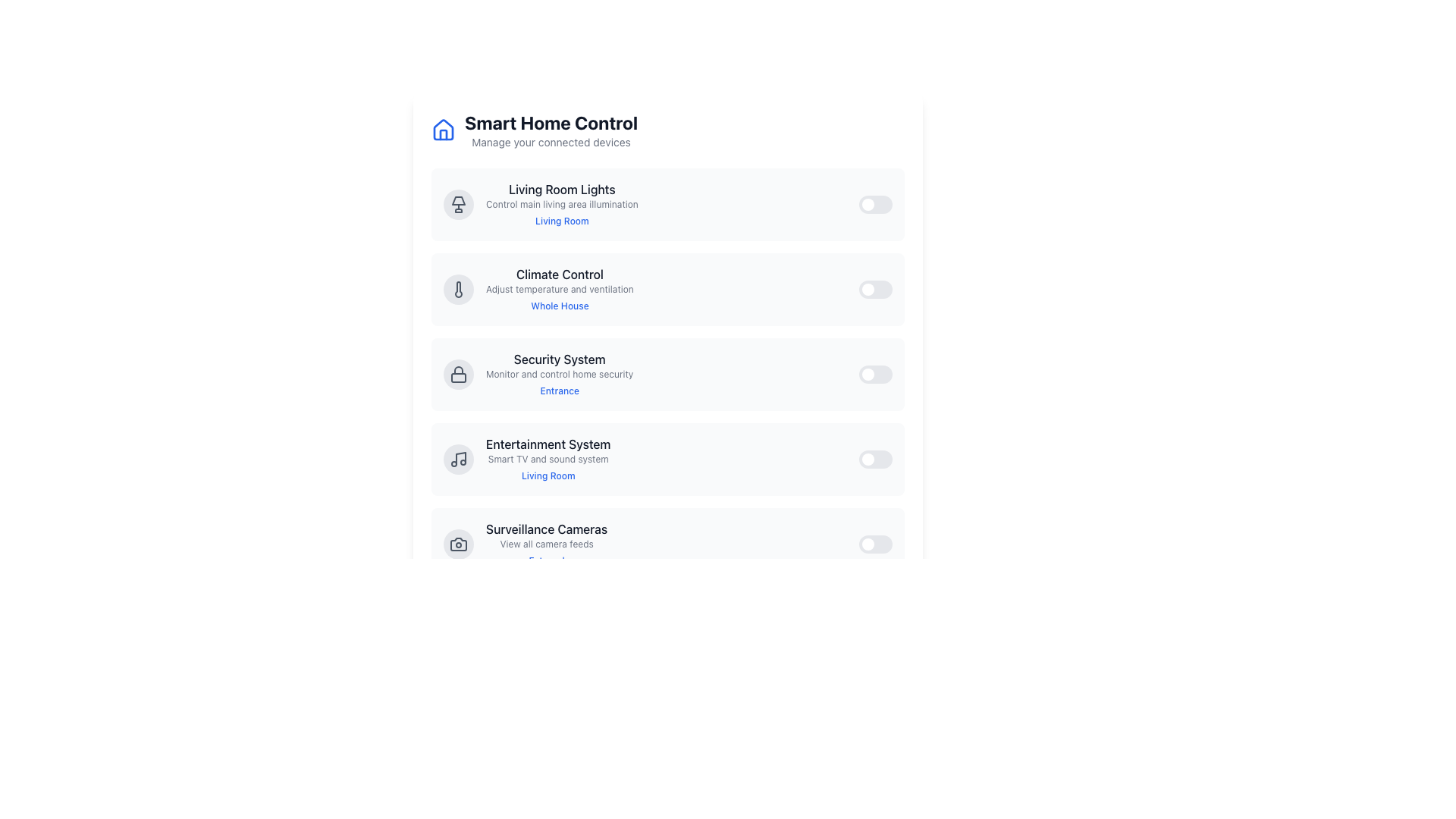 This screenshot has height=819, width=1456. Describe the element at coordinates (443, 128) in the screenshot. I see `the house-shaped icon located at the top left corner of the interface, adjacent to 'Smart Home Control'` at that location.